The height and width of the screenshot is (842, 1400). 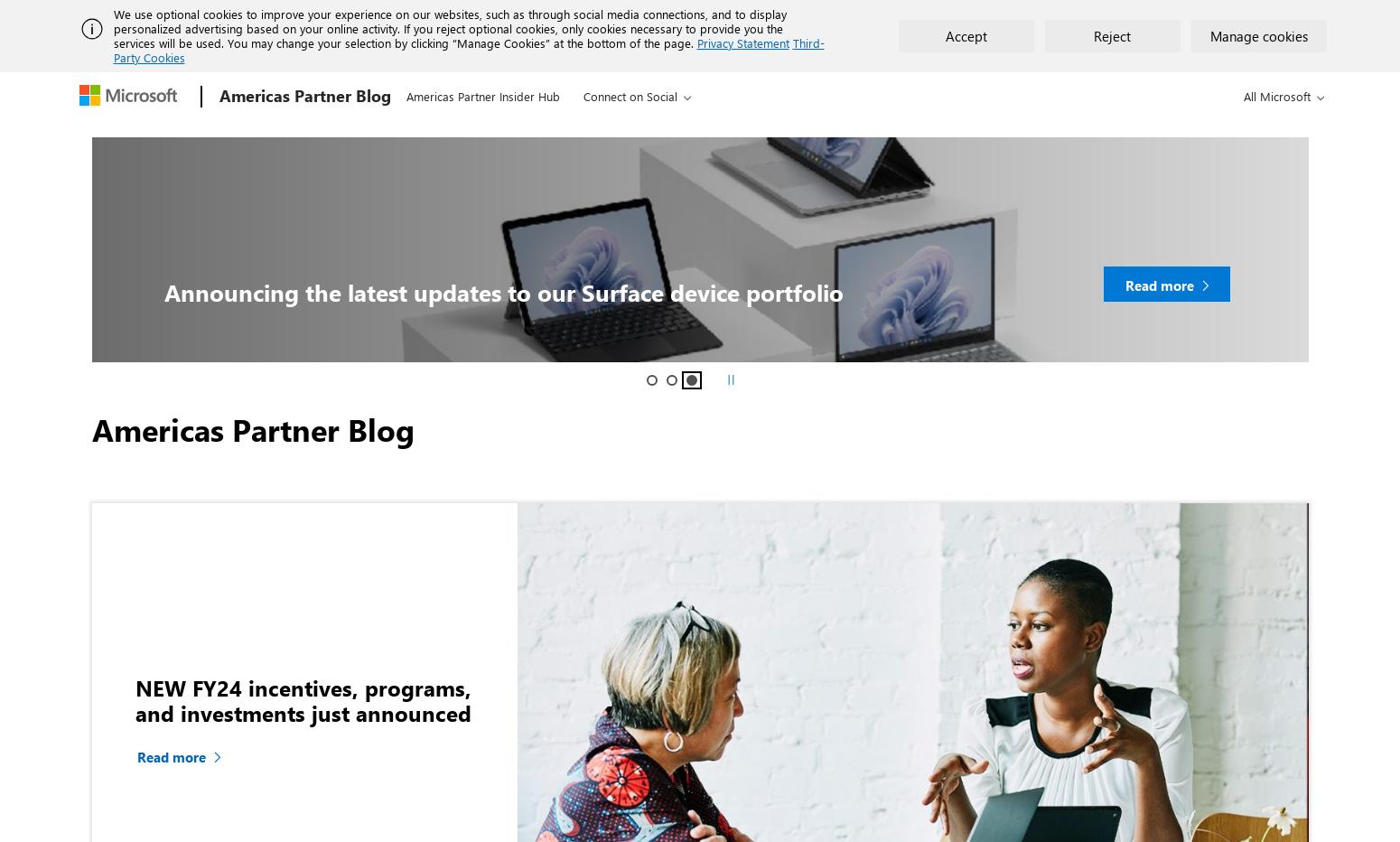 I want to click on '#AllPartners', so click(x=1102, y=672).